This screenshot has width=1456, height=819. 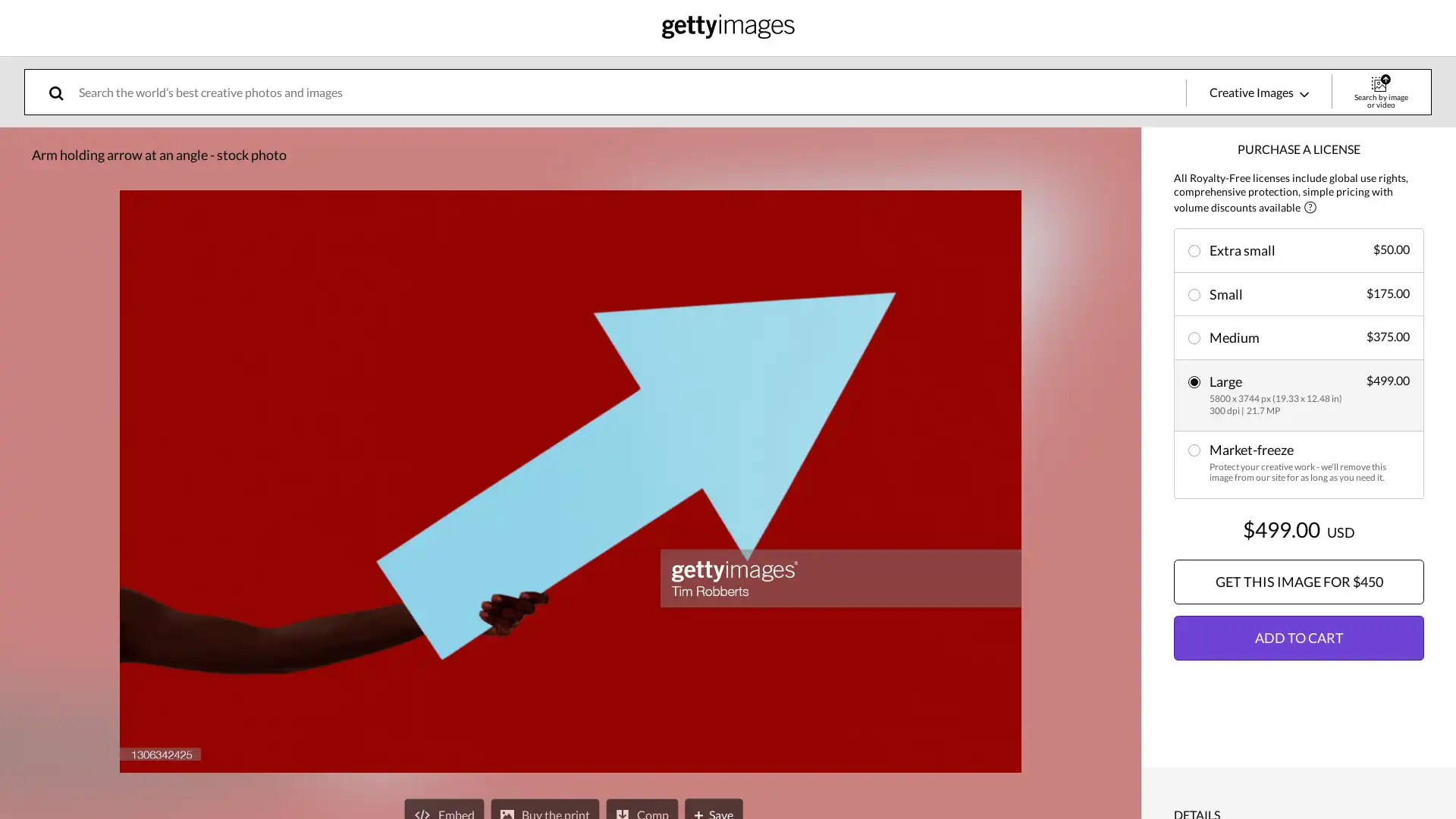 I want to click on Search by image or video, so click(x=1380, y=91).